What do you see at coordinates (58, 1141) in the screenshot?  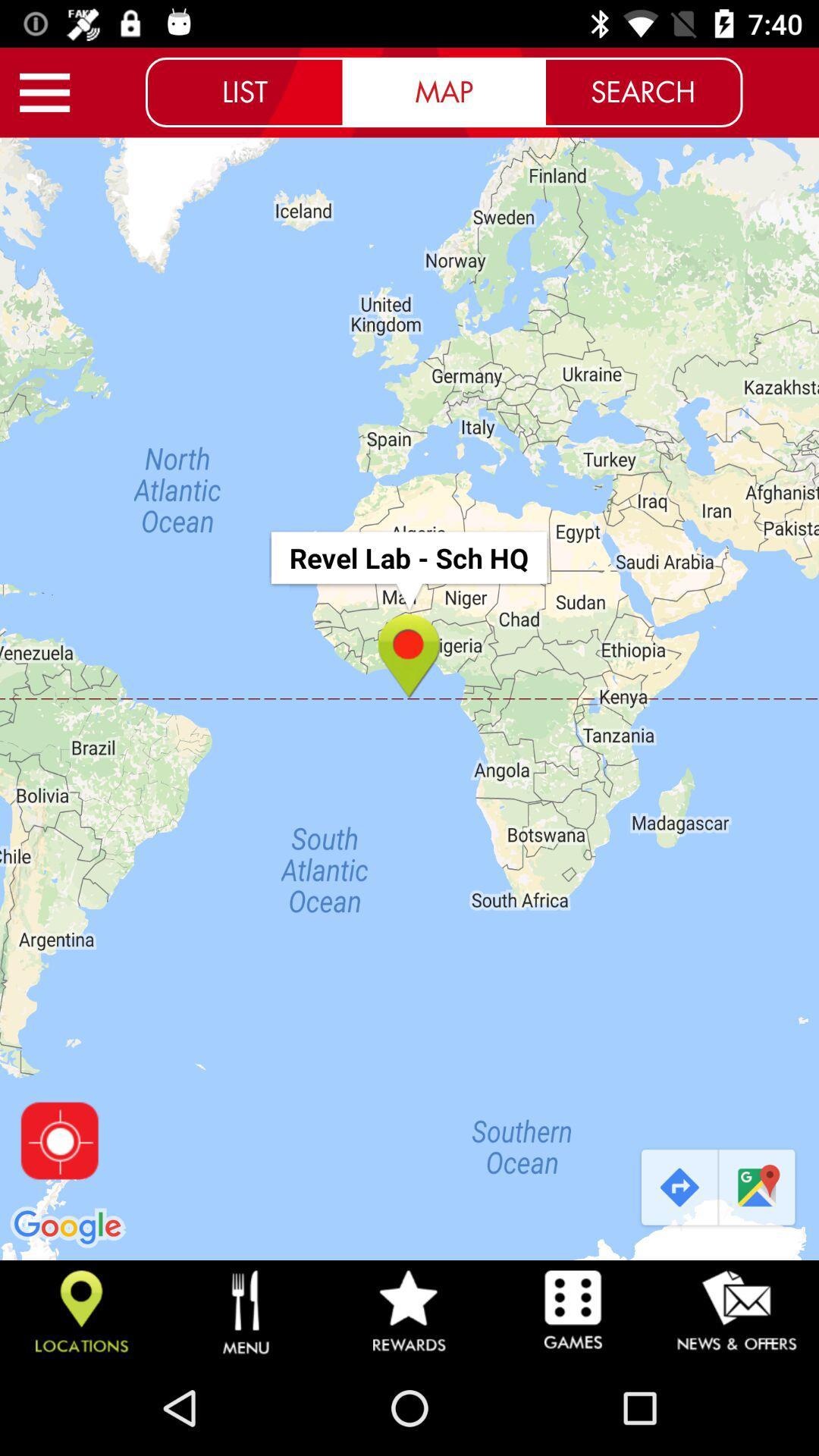 I see `geo location` at bounding box center [58, 1141].